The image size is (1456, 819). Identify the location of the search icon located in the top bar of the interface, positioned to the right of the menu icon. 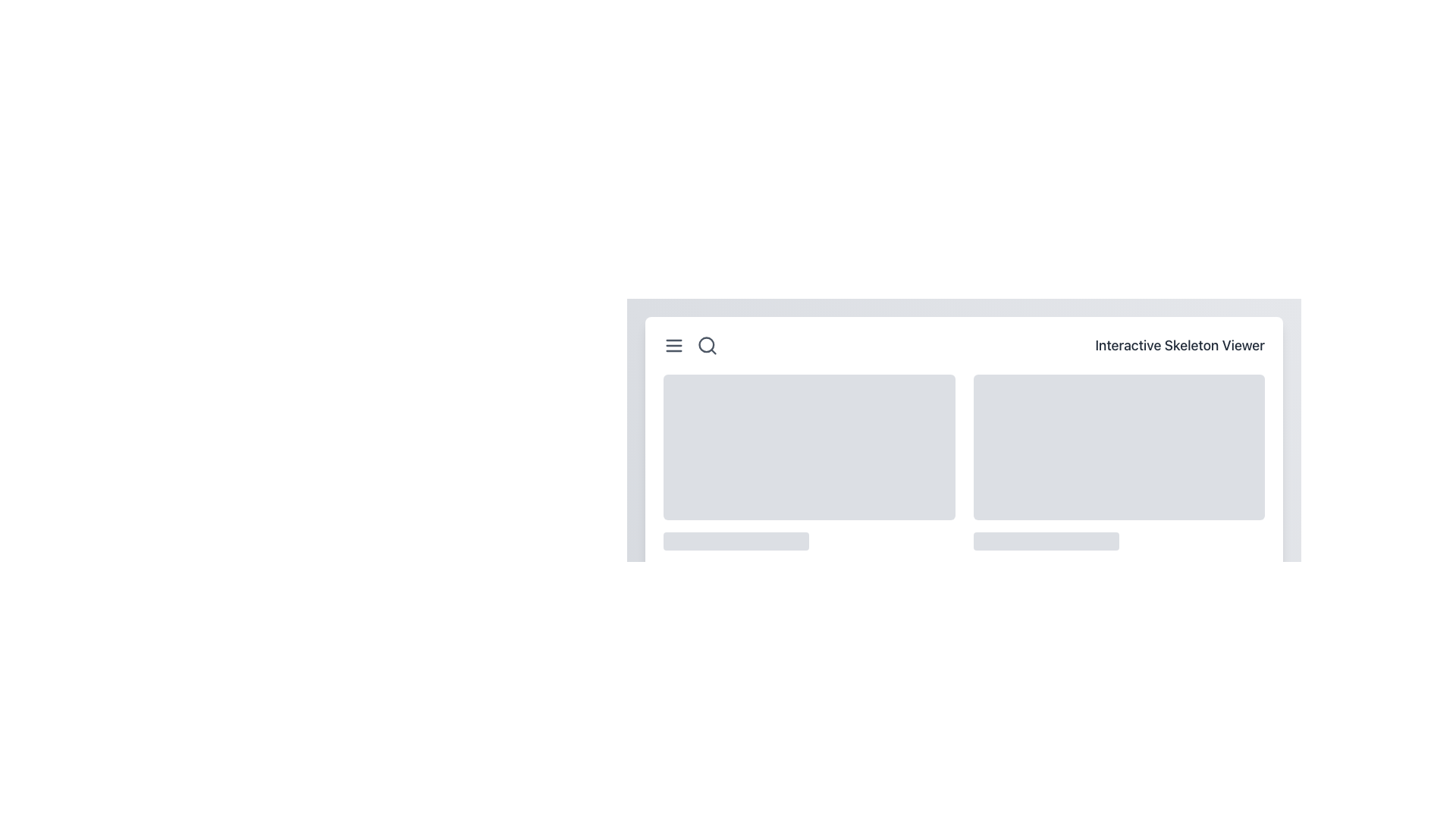
(706, 345).